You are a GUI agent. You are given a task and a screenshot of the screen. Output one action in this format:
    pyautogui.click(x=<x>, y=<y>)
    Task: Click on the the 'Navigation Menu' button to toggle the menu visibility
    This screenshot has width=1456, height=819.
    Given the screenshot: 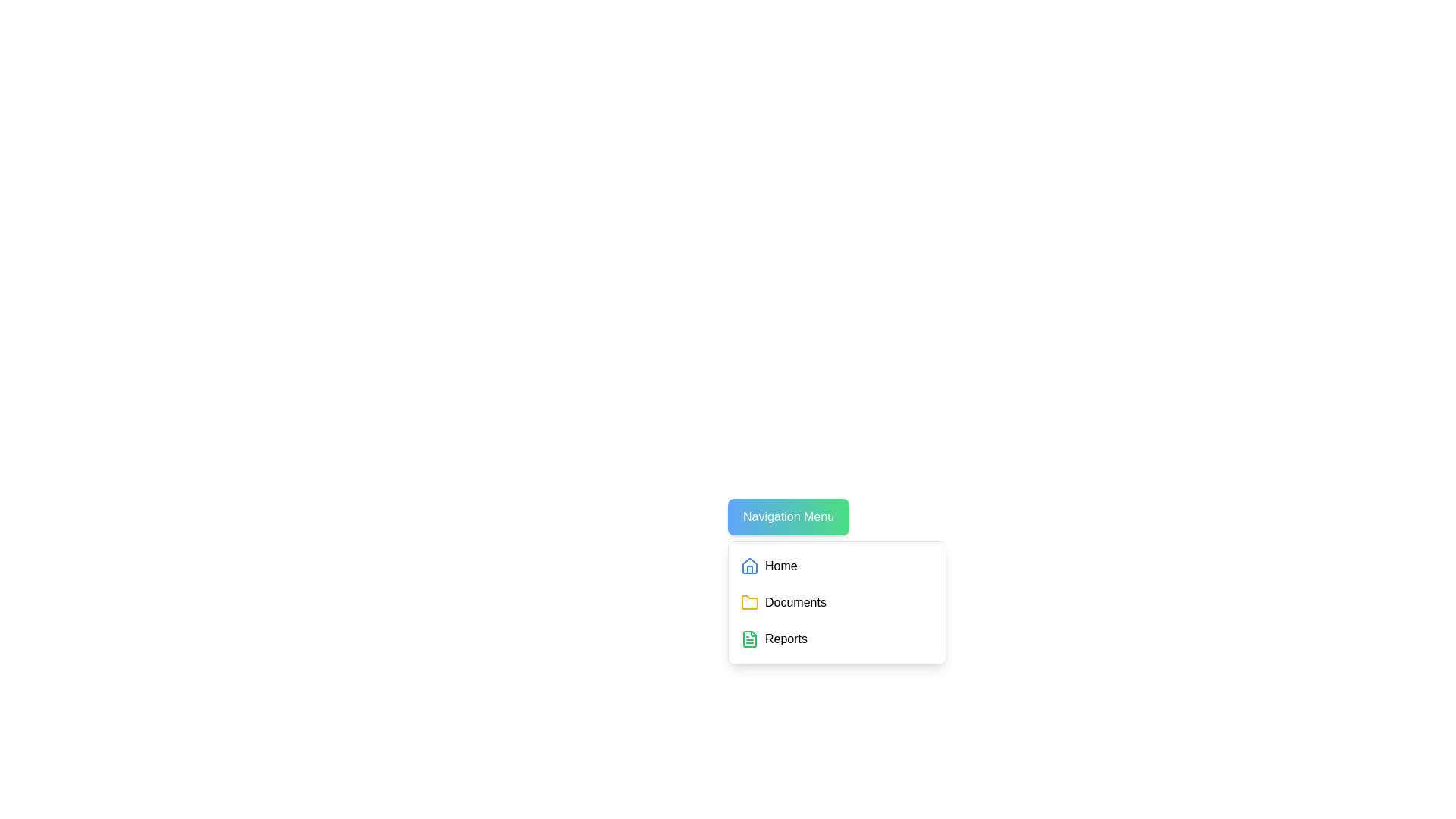 What is the action you would take?
    pyautogui.click(x=789, y=516)
    